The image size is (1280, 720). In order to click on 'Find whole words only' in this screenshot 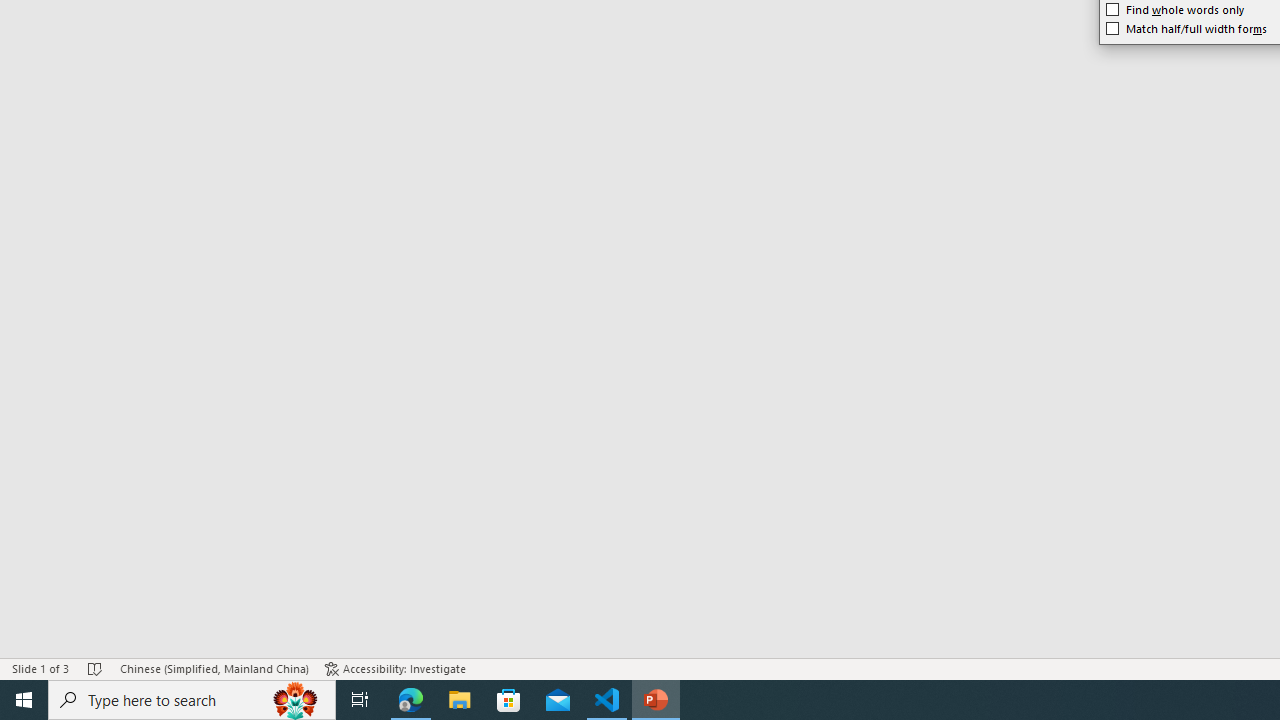, I will do `click(1175, 10)`.